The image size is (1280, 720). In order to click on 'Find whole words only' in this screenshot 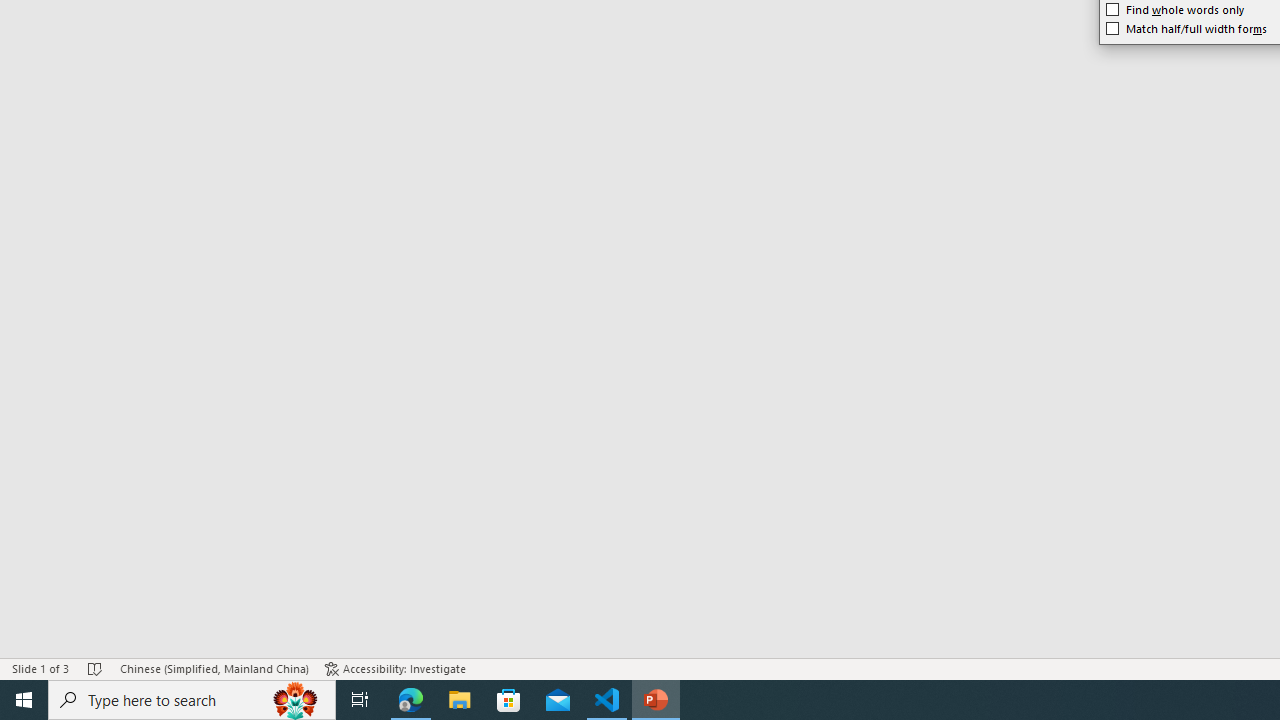, I will do `click(1175, 10)`.